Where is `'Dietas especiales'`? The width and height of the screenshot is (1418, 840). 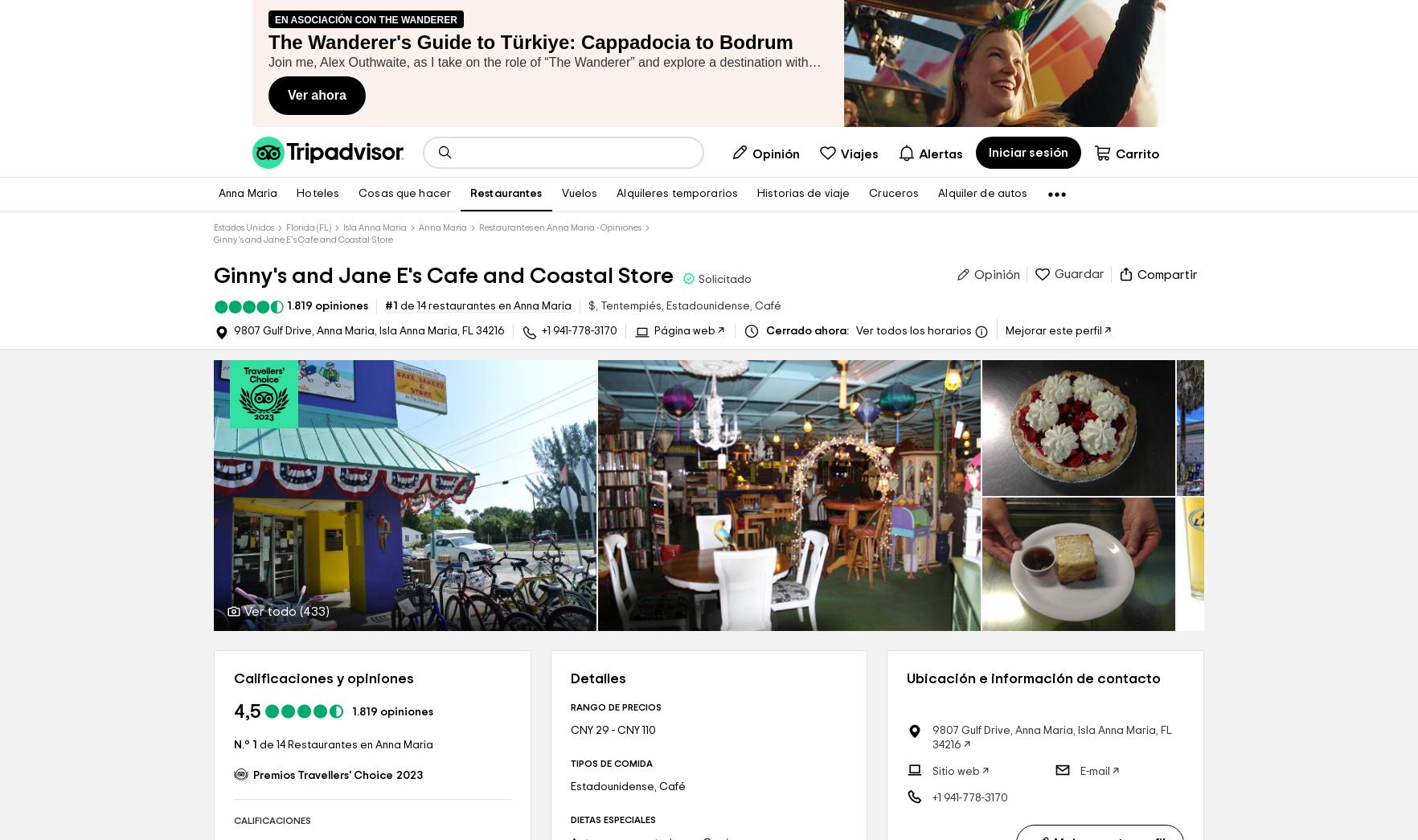 'Dietas especiales' is located at coordinates (569, 820).